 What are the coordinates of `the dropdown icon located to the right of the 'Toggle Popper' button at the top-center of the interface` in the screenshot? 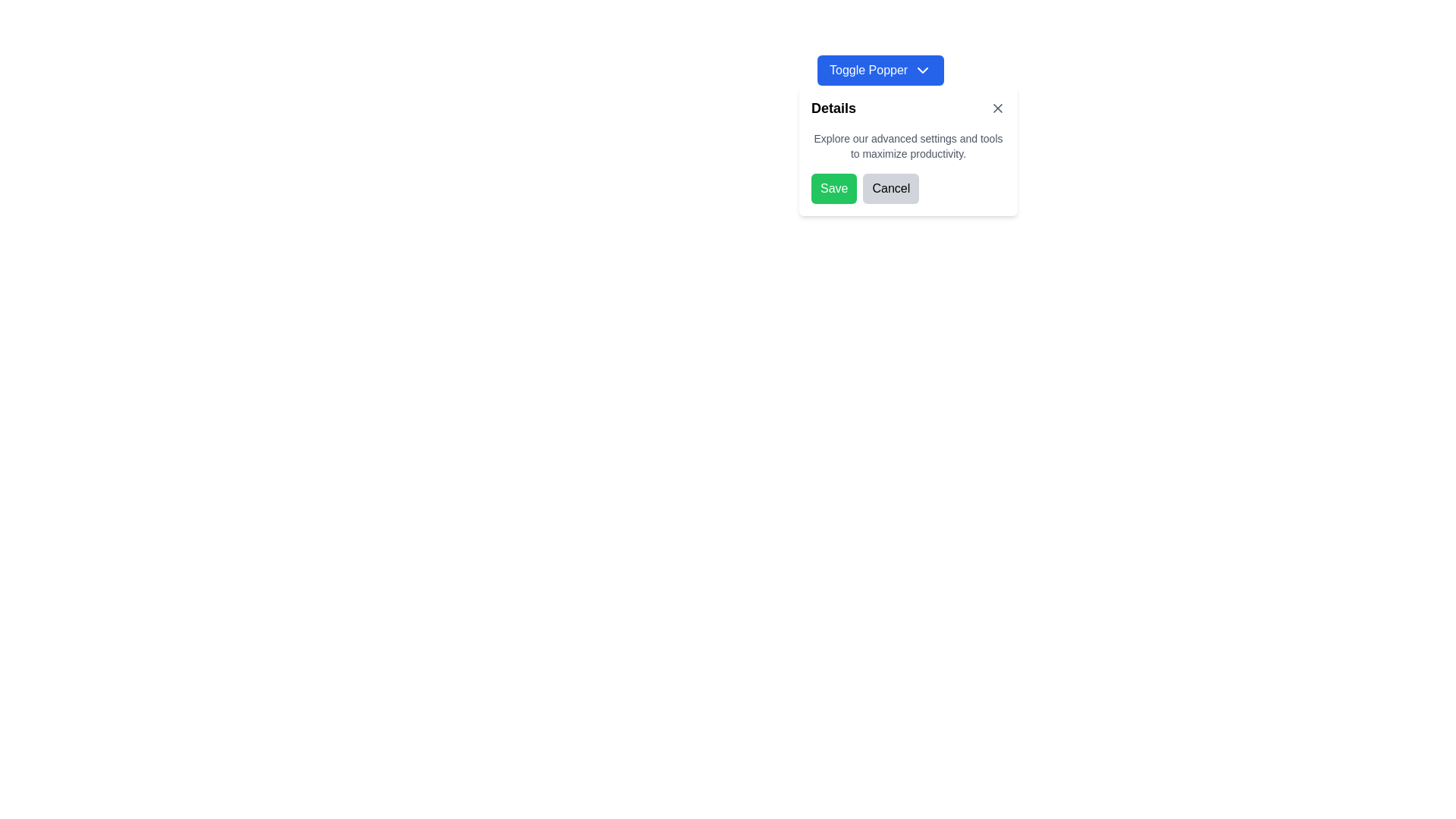 It's located at (922, 70).